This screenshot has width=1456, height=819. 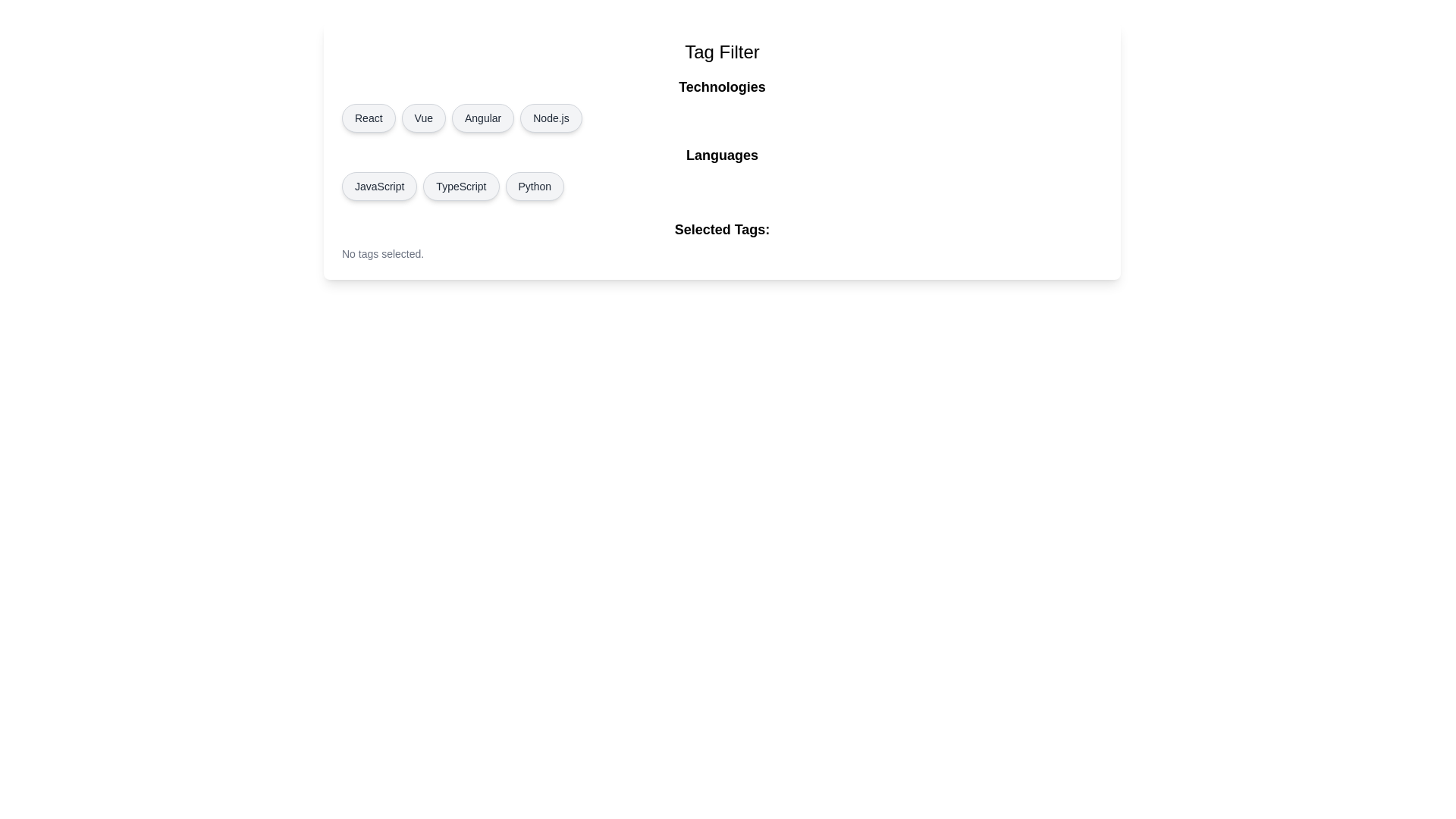 I want to click on the 'TypeScript' button, which is the second button in a group of three, located under the 'Languages' header, so click(x=460, y=186).